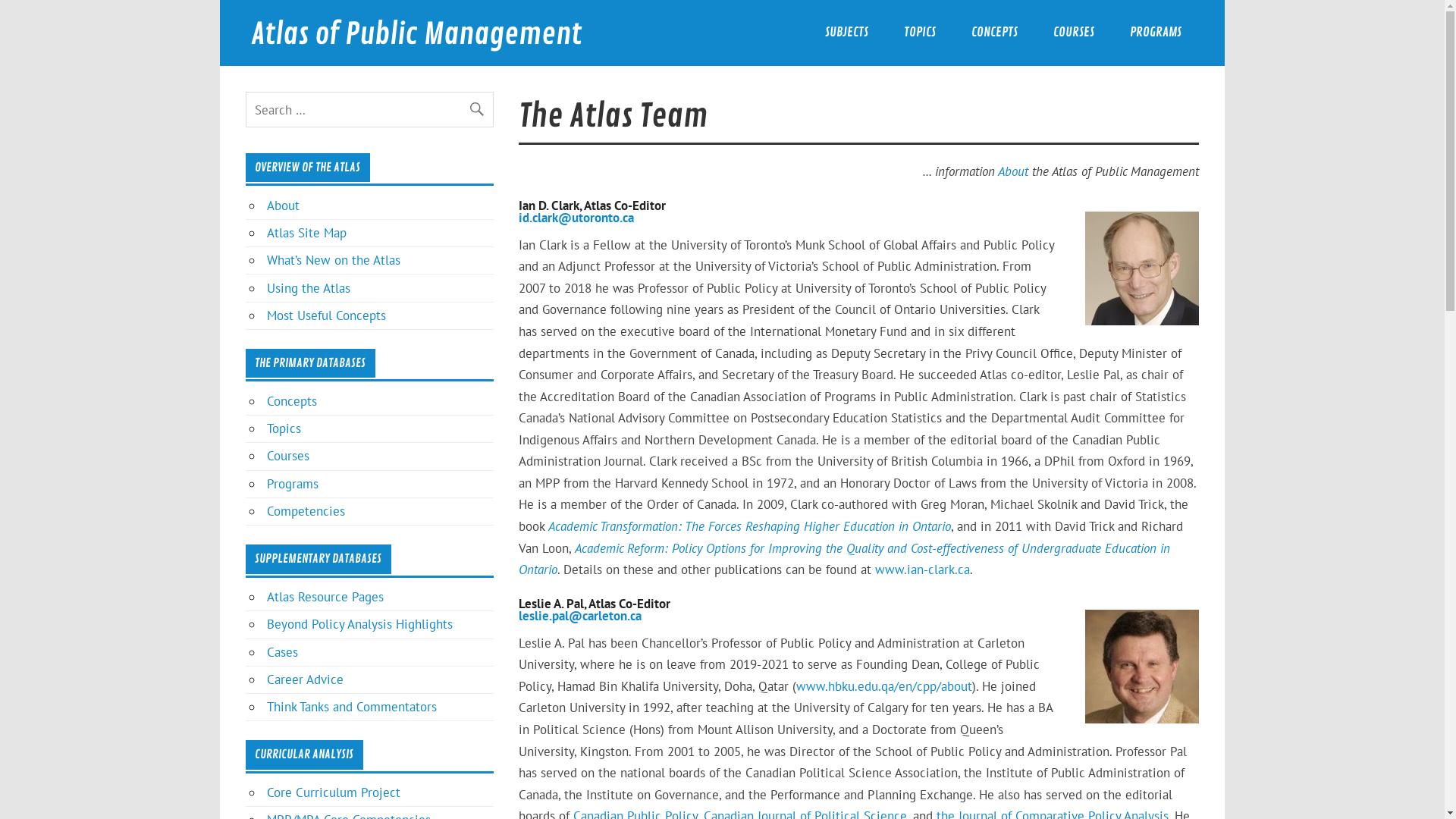 The height and width of the screenshot is (819, 1456). What do you see at coordinates (306, 233) in the screenshot?
I see `'Atlas Site Map'` at bounding box center [306, 233].